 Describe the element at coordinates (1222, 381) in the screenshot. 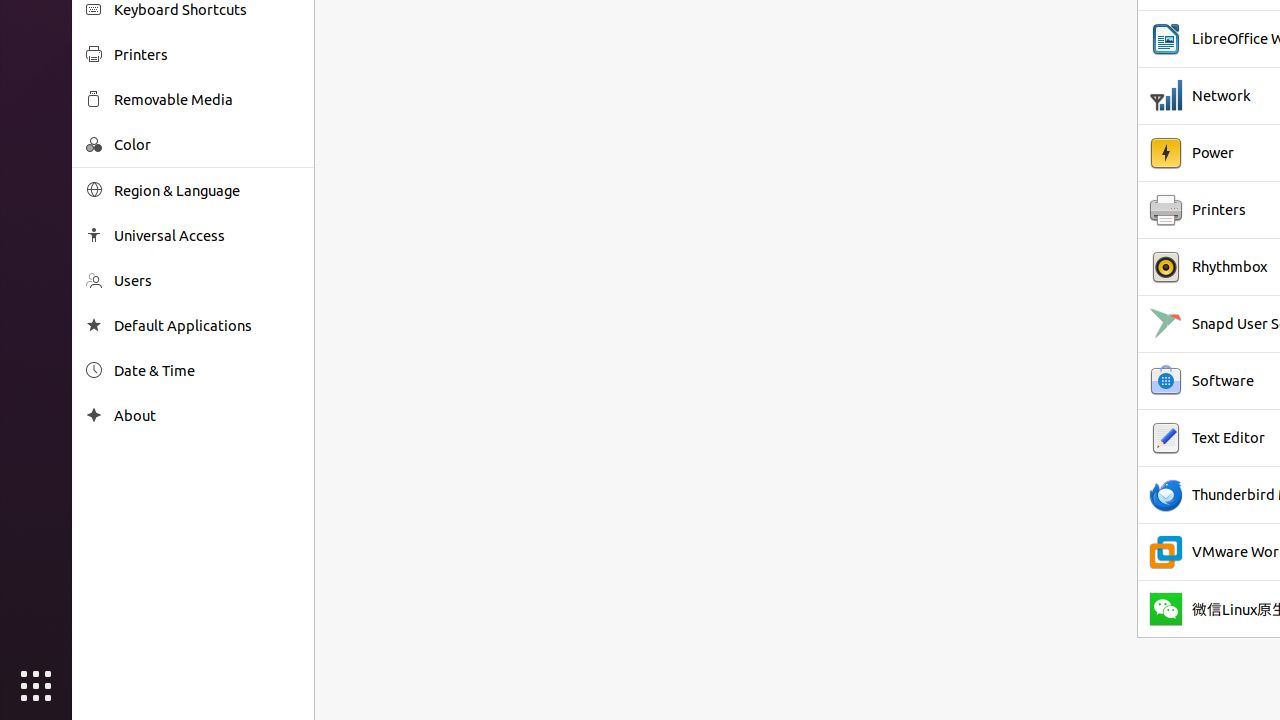

I see `'Software'` at that location.